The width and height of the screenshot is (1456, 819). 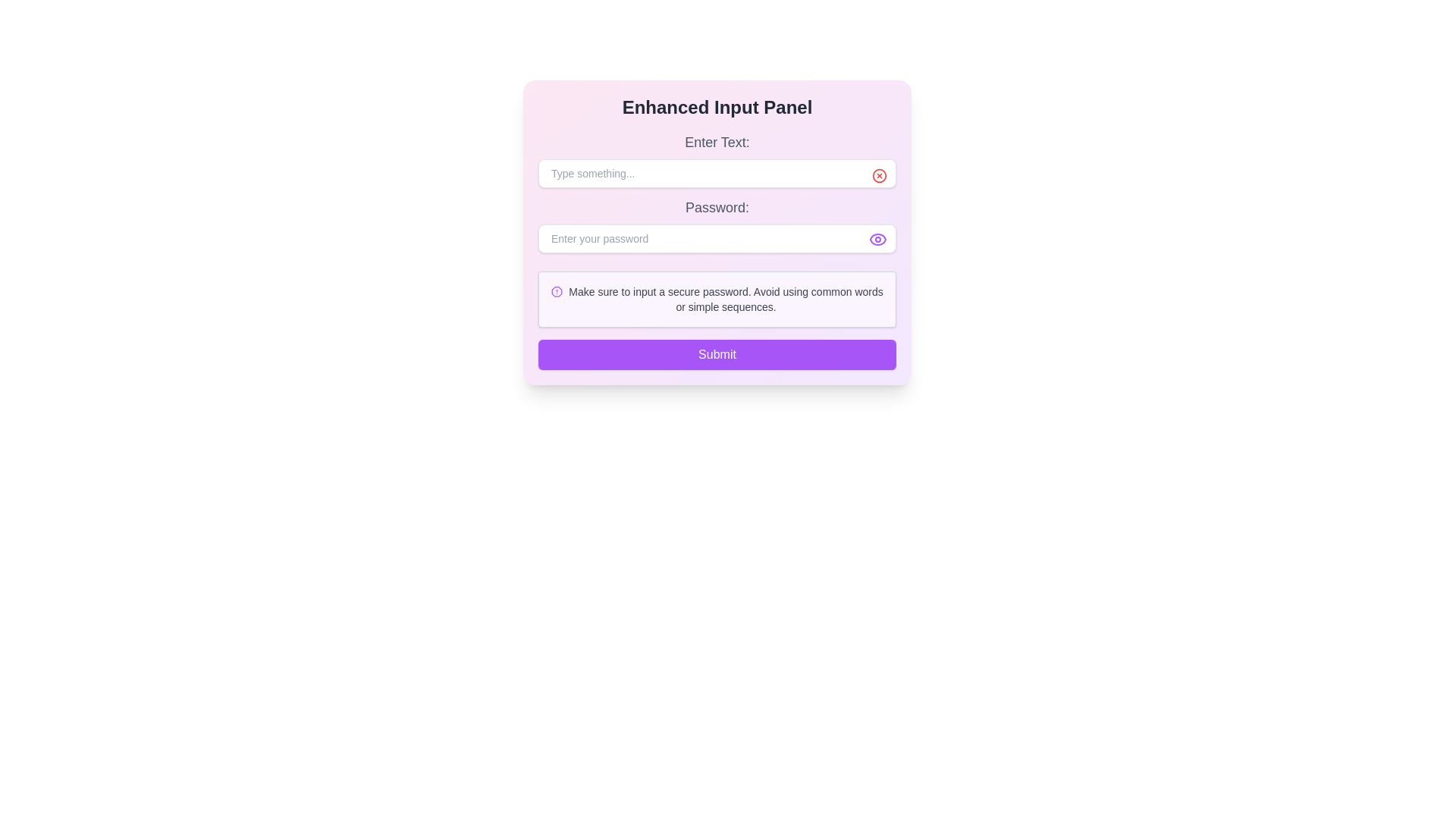 I want to click on the Text Label element that warns users about secure password input, located within the warning section below the 'Password' input field in the 'Enhanced Input Panel', so click(x=725, y=299).